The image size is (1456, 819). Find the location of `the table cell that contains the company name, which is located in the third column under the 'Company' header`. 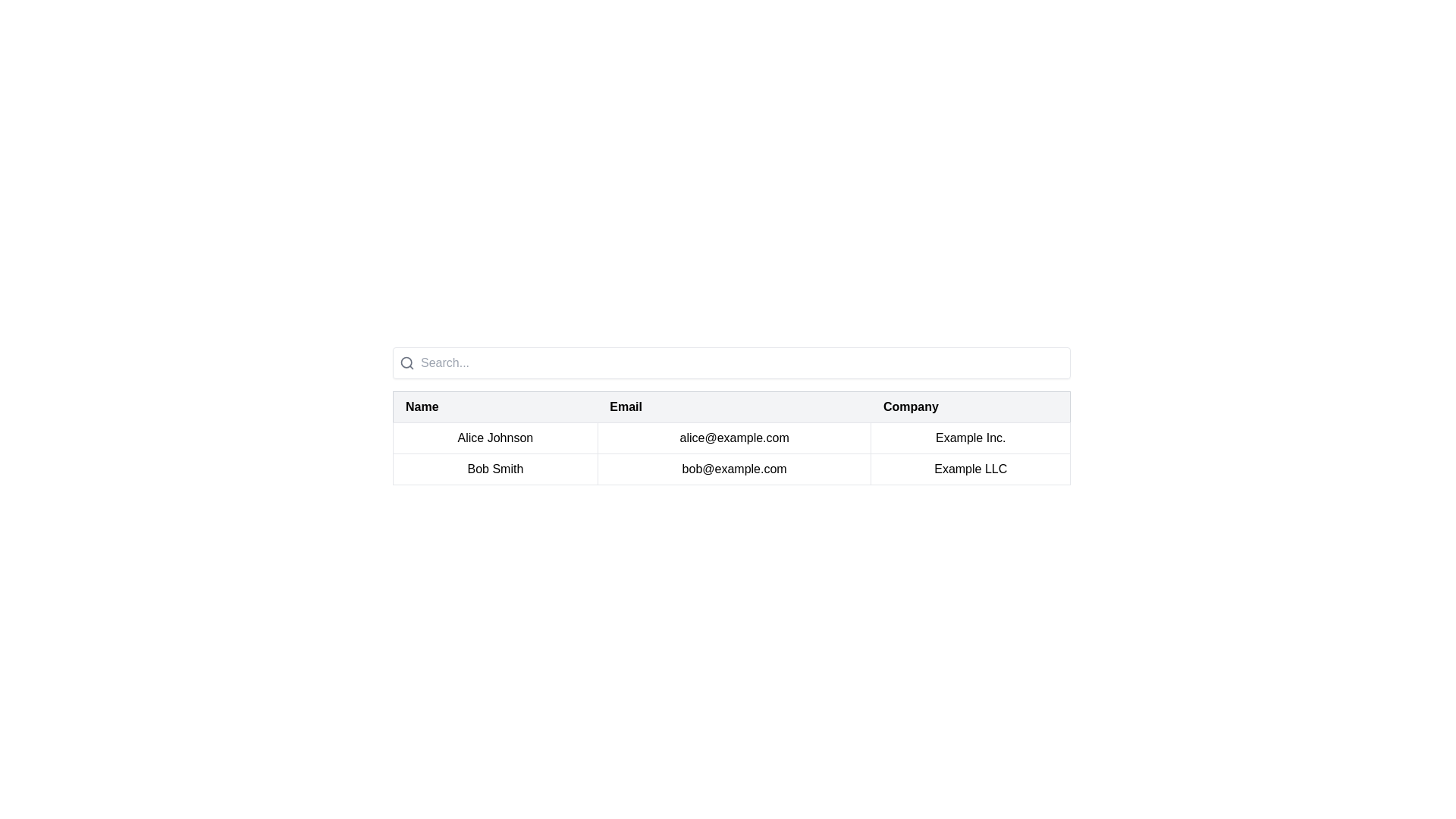

the table cell that contains the company name, which is located in the third column under the 'Company' header is located at coordinates (971, 468).